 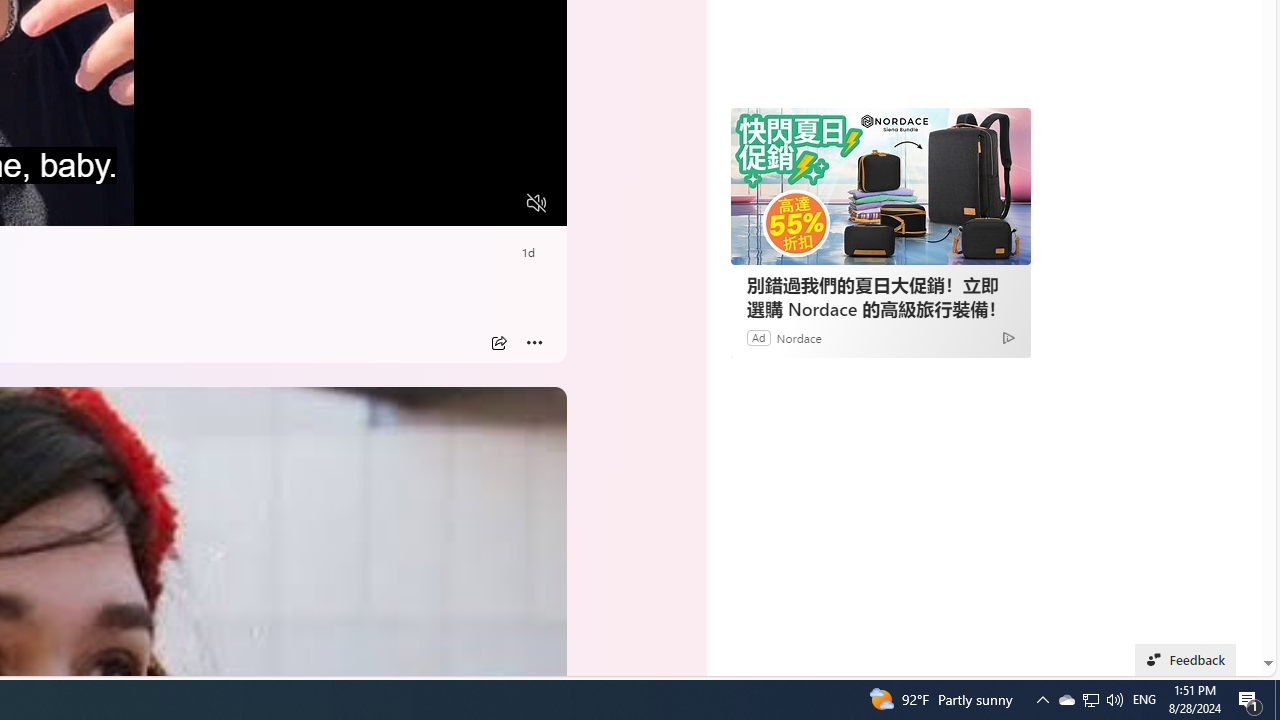 What do you see at coordinates (534, 342) in the screenshot?
I see `'More'` at bounding box center [534, 342].